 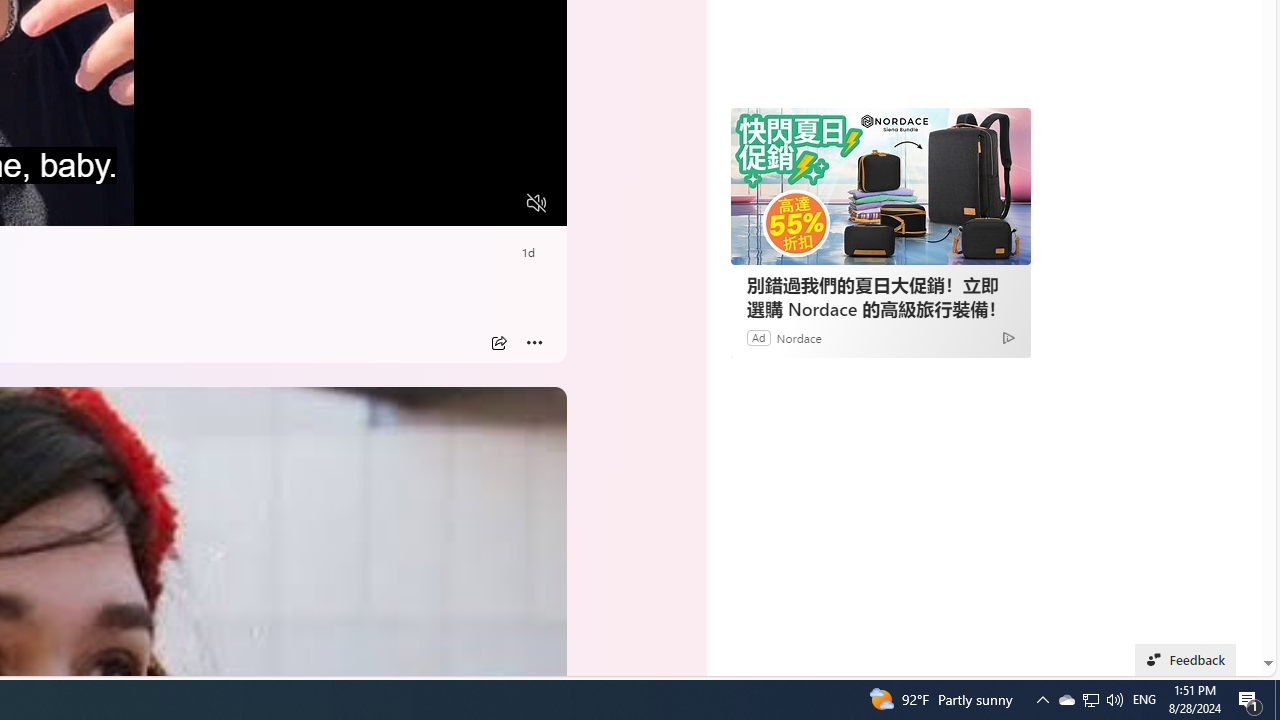 What do you see at coordinates (534, 342) in the screenshot?
I see `'More'` at bounding box center [534, 342].